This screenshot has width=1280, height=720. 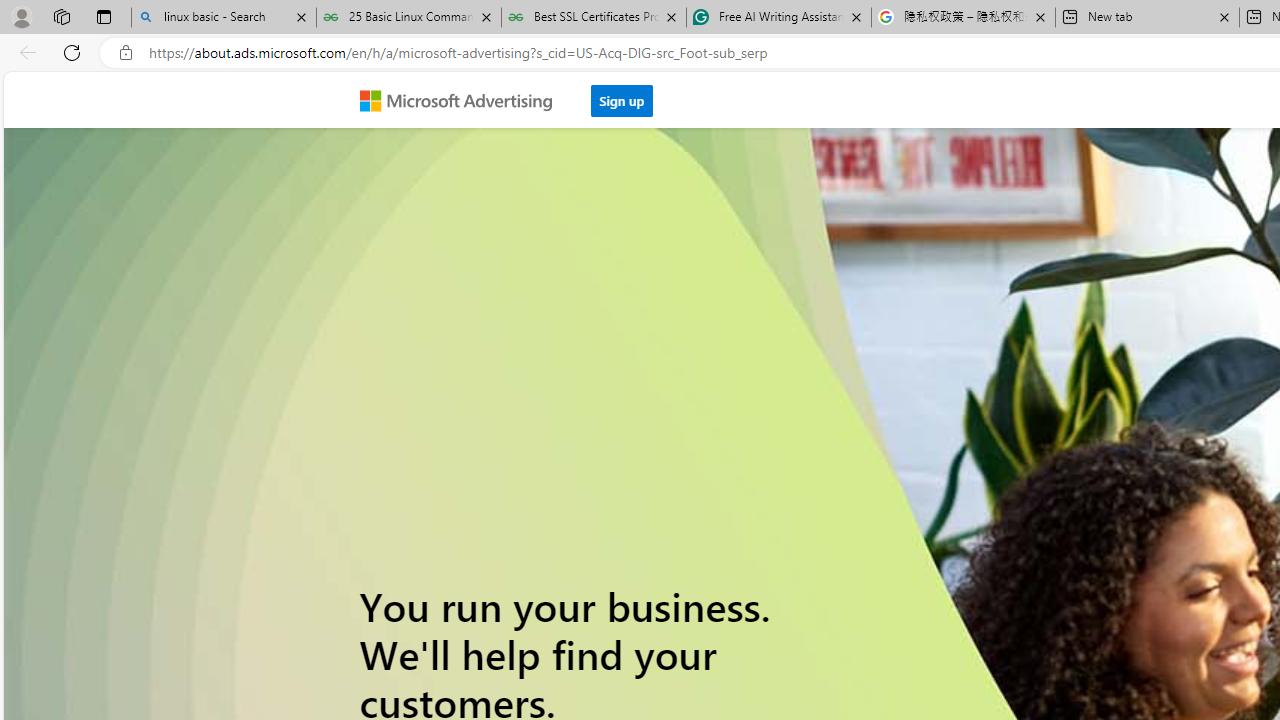 I want to click on 'linux basic - Search', so click(x=224, y=17).